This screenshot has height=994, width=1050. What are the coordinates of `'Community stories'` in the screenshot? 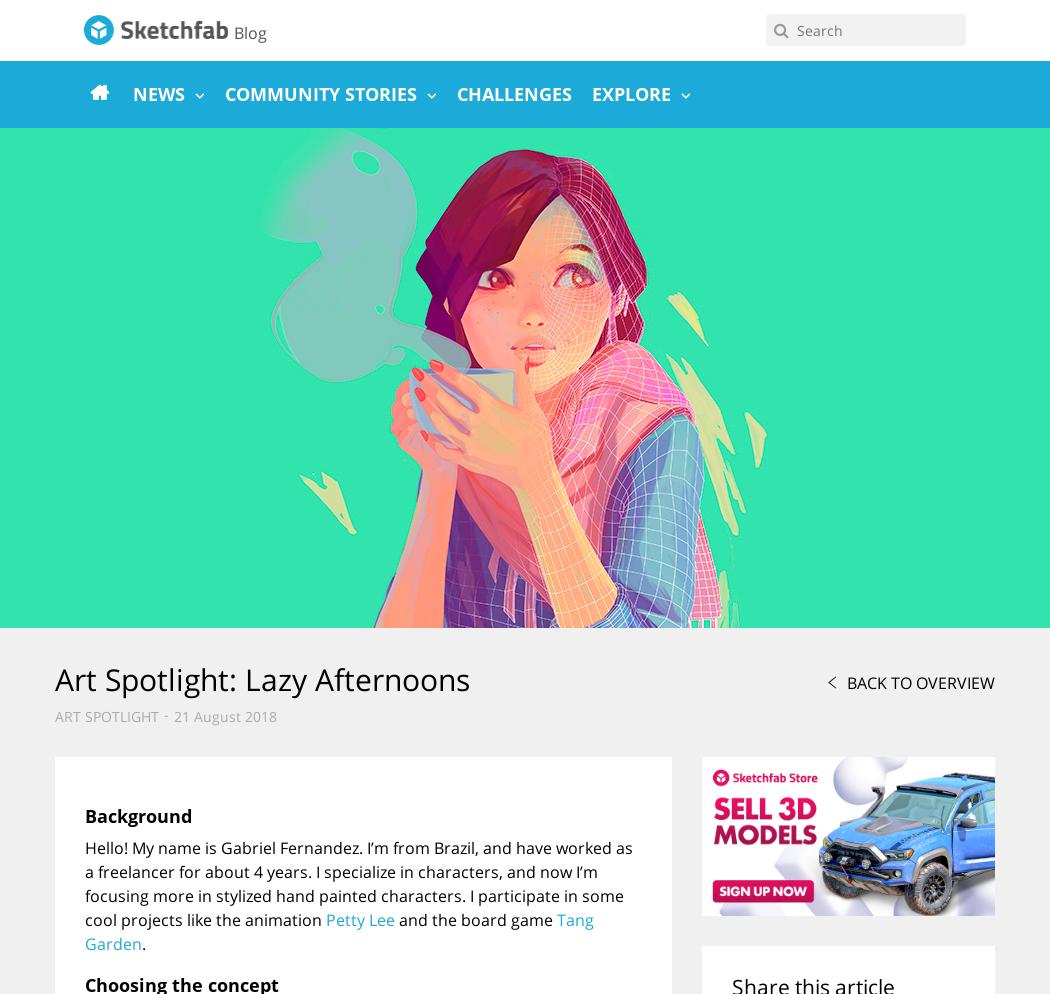 It's located at (320, 94).